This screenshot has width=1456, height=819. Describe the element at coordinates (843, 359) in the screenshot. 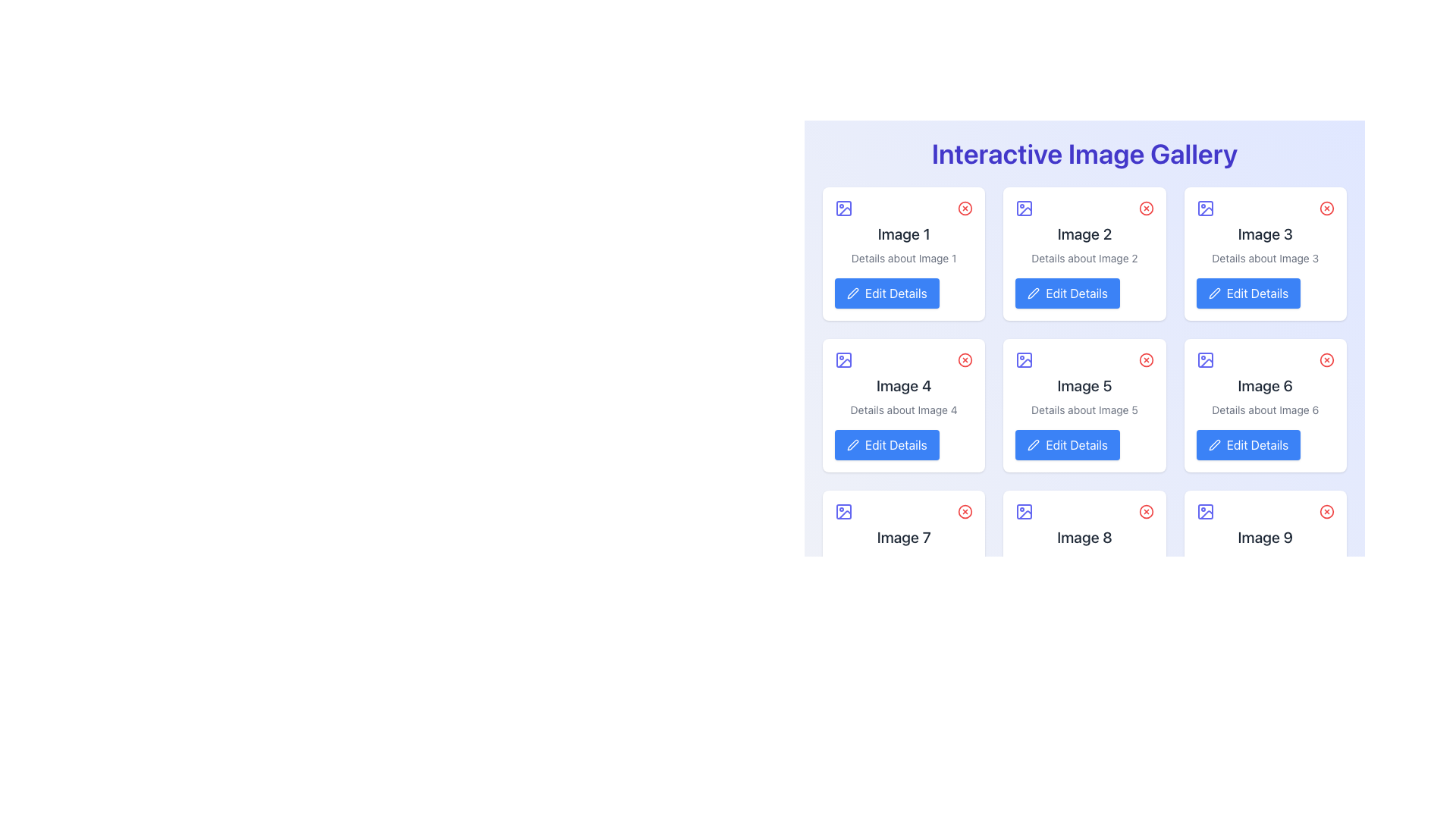

I see `the image icon located` at that location.